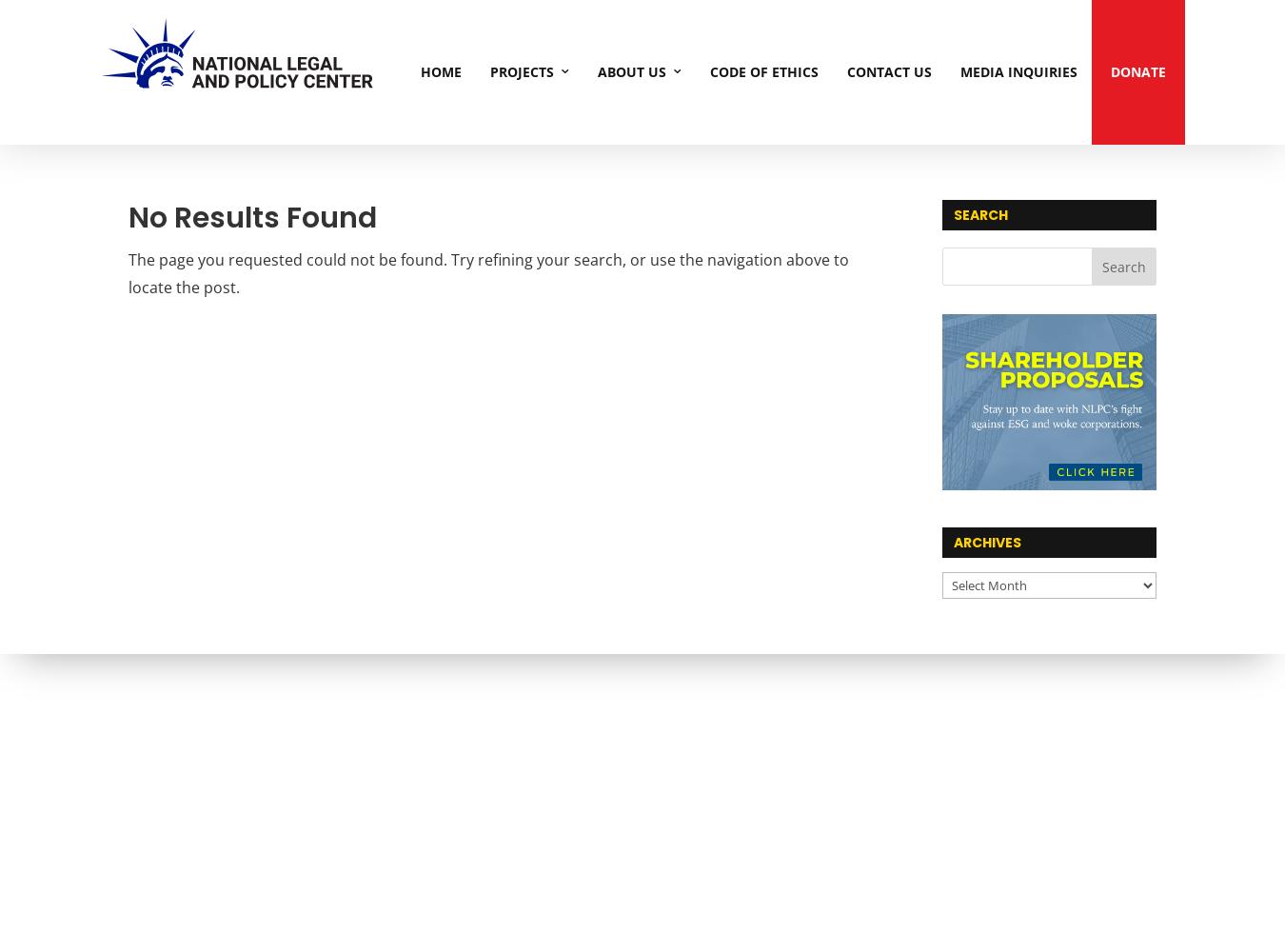 This screenshot has width=1285, height=952. What do you see at coordinates (561, 202) in the screenshot?
I see `'Corporate Integrity Project'` at bounding box center [561, 202].